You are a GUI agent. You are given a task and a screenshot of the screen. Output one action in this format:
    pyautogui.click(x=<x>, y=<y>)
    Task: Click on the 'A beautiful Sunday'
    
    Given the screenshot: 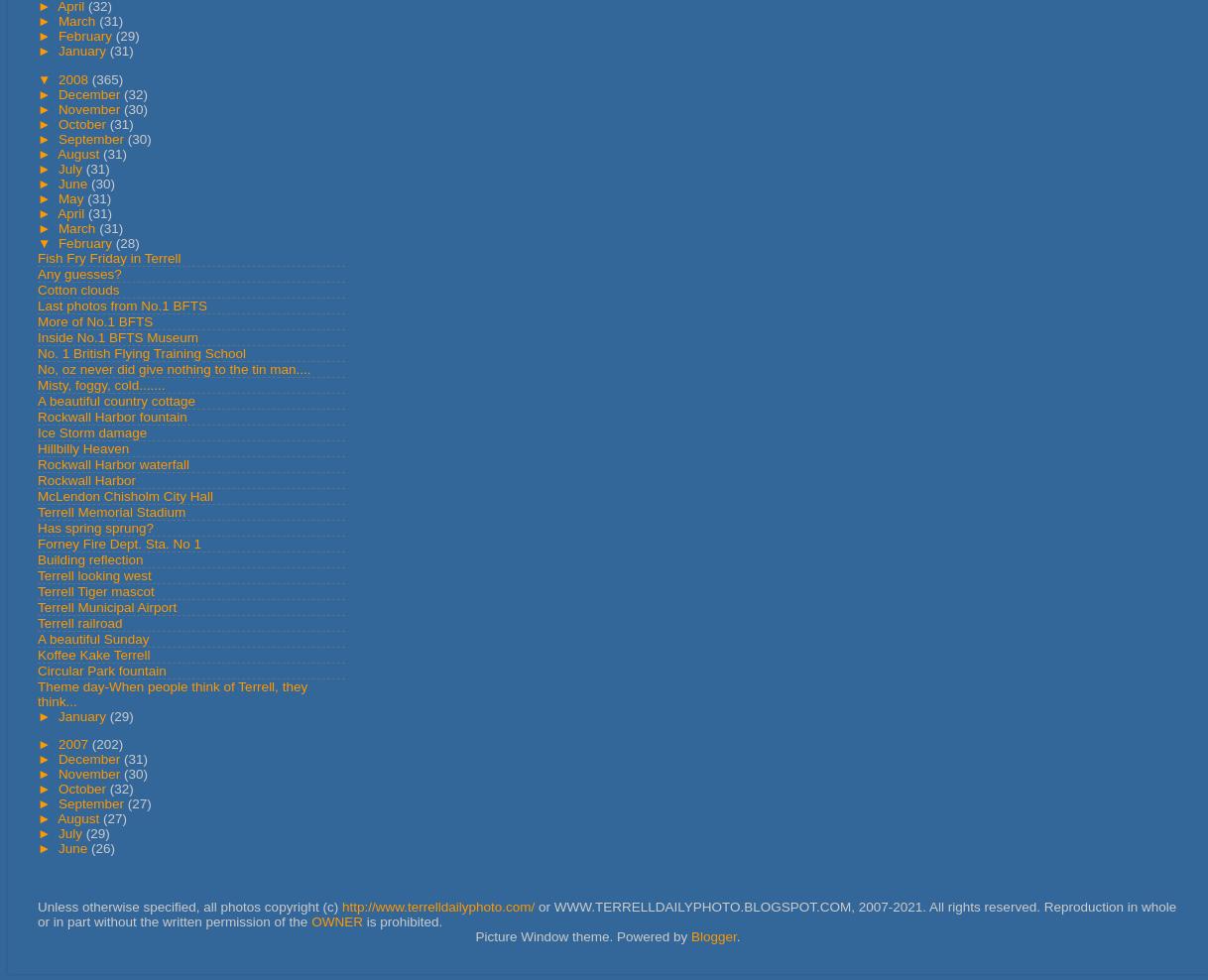 What is the action you would take?
    pyautogui.click(x=93, y=637)
    